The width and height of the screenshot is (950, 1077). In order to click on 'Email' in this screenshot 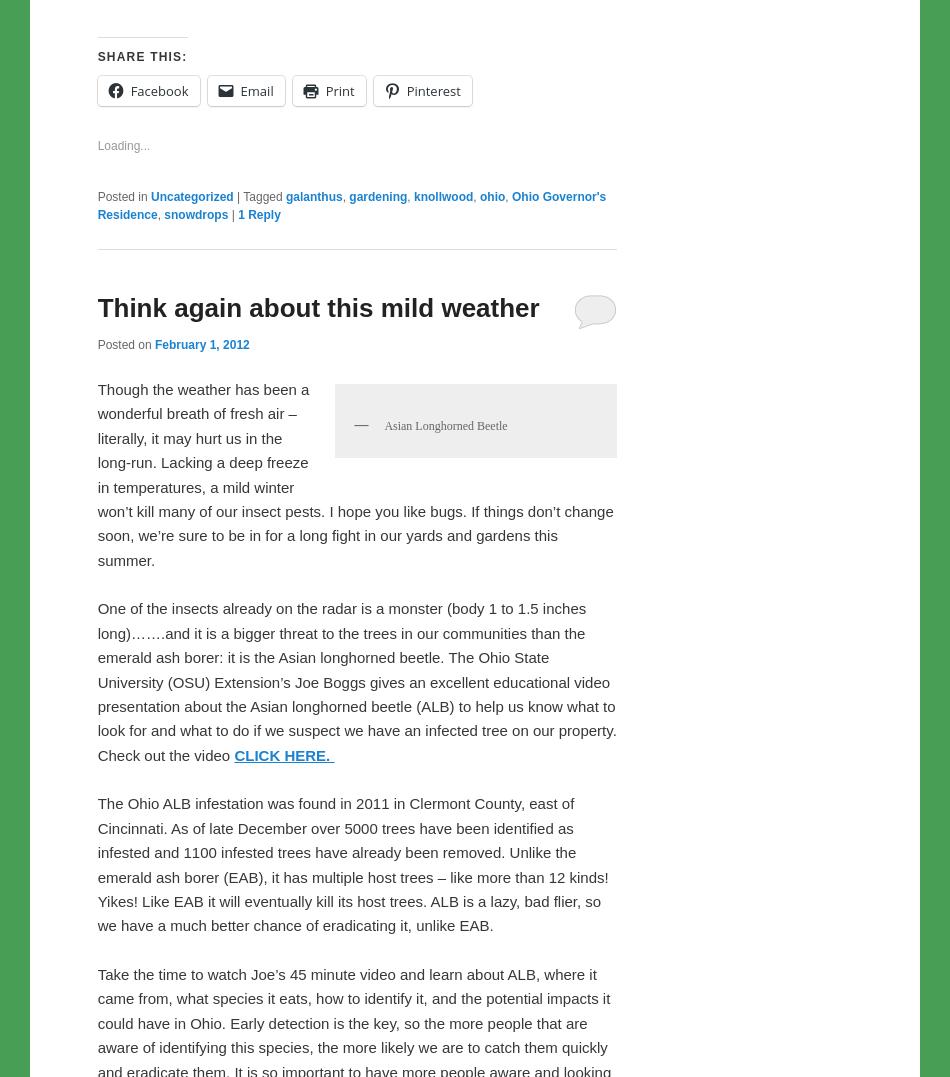, I will do `click(255, 139)`.